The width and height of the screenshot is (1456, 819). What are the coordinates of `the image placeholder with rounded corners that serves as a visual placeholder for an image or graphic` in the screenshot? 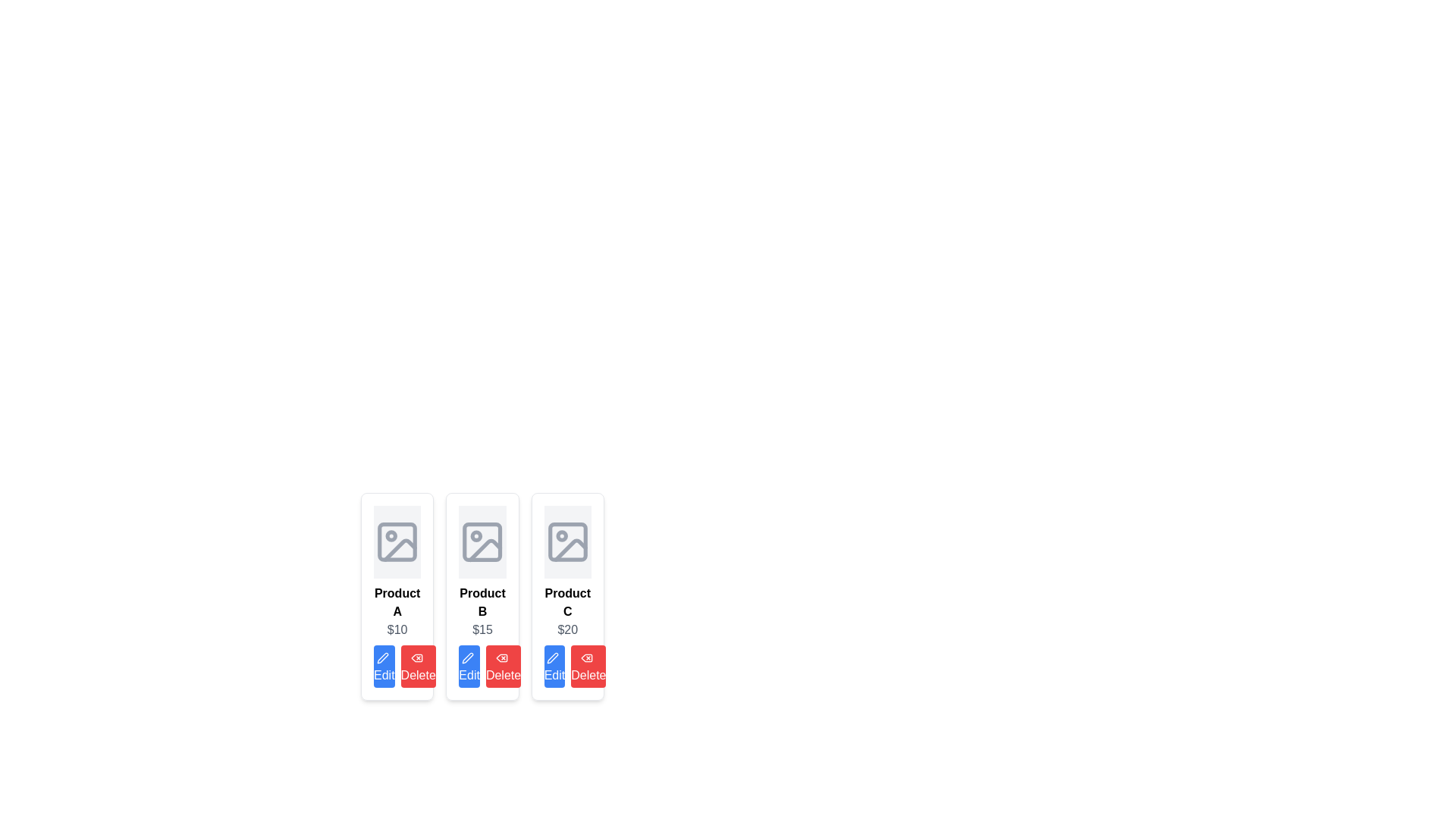 It's located at (397, 541).